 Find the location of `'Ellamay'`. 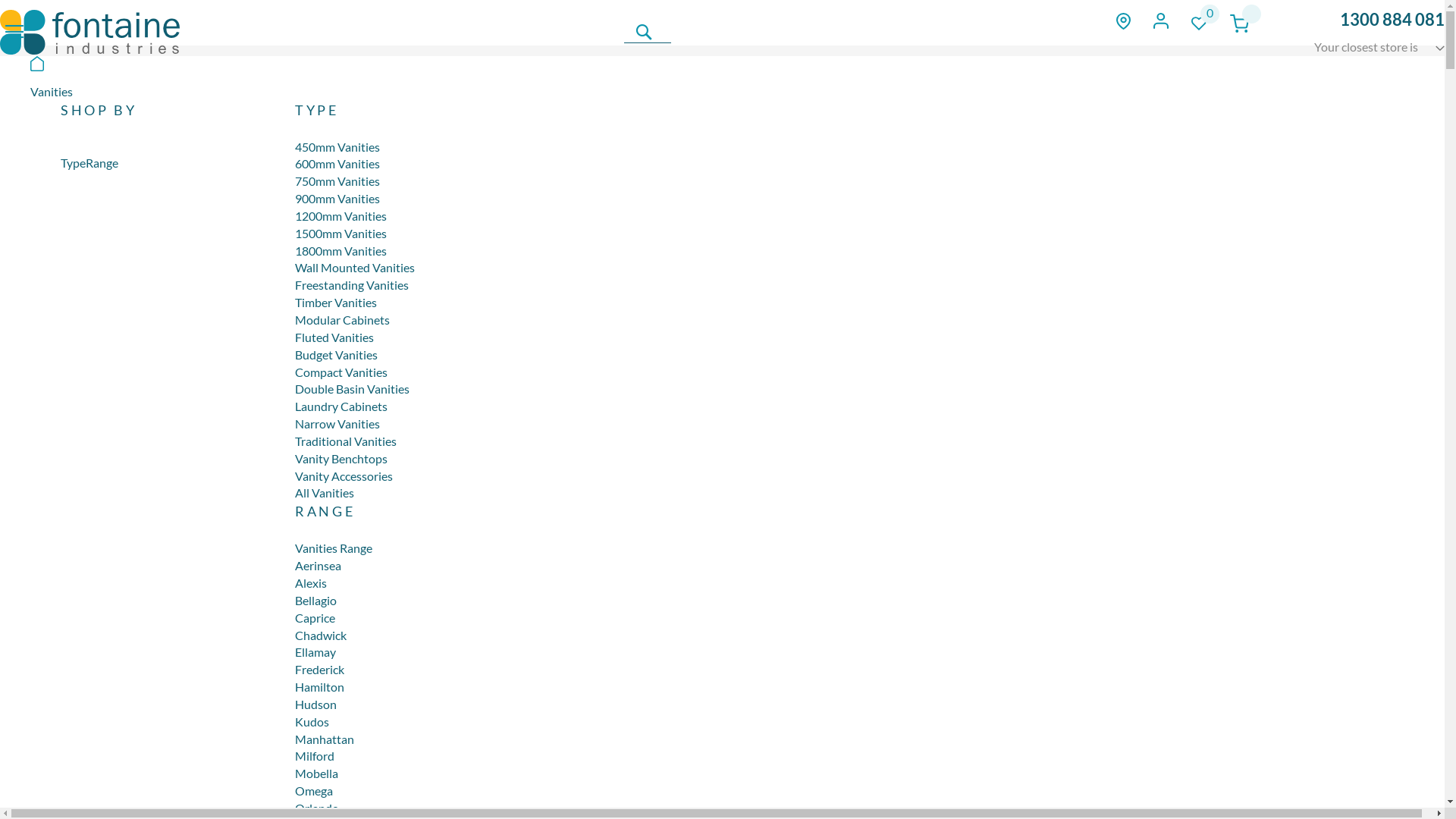

'Ellamay' is located at coordinates (315, 651).